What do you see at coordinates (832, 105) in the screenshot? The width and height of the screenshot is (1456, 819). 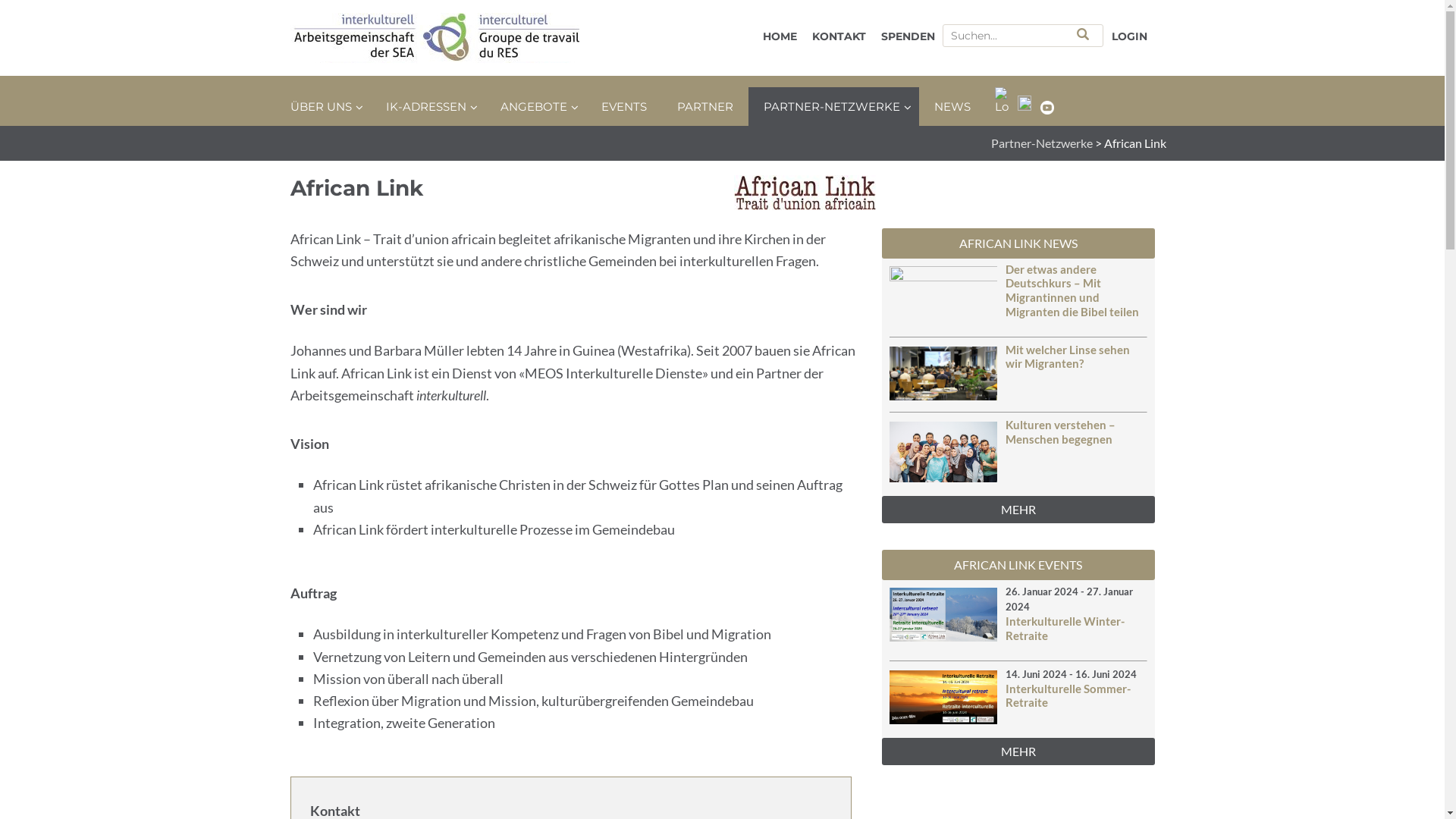 I see `'PARTNER-NETZWERKE'` at bounding box center [832, 105].